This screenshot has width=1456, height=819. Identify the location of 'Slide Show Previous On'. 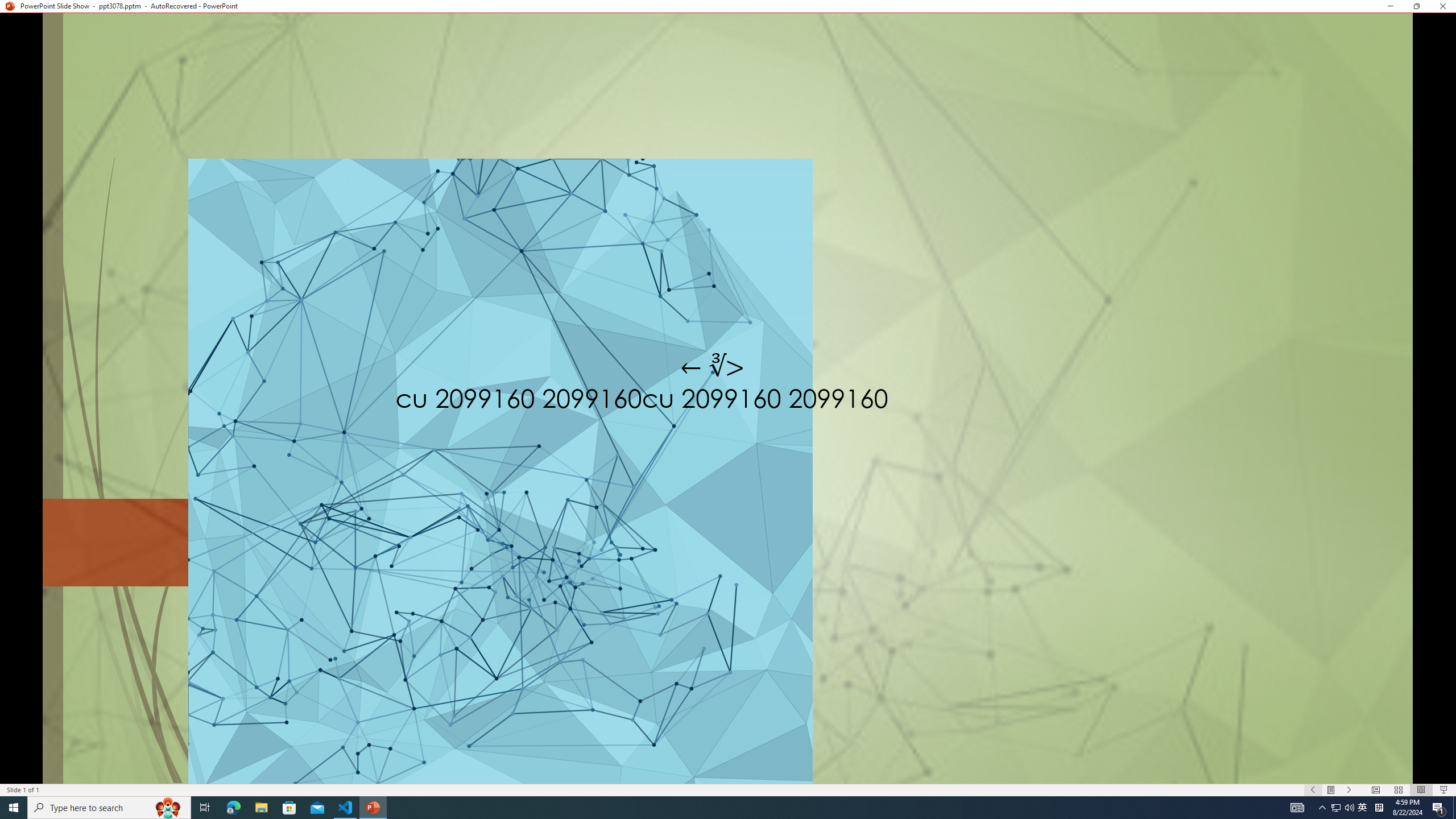
(1313, 790).